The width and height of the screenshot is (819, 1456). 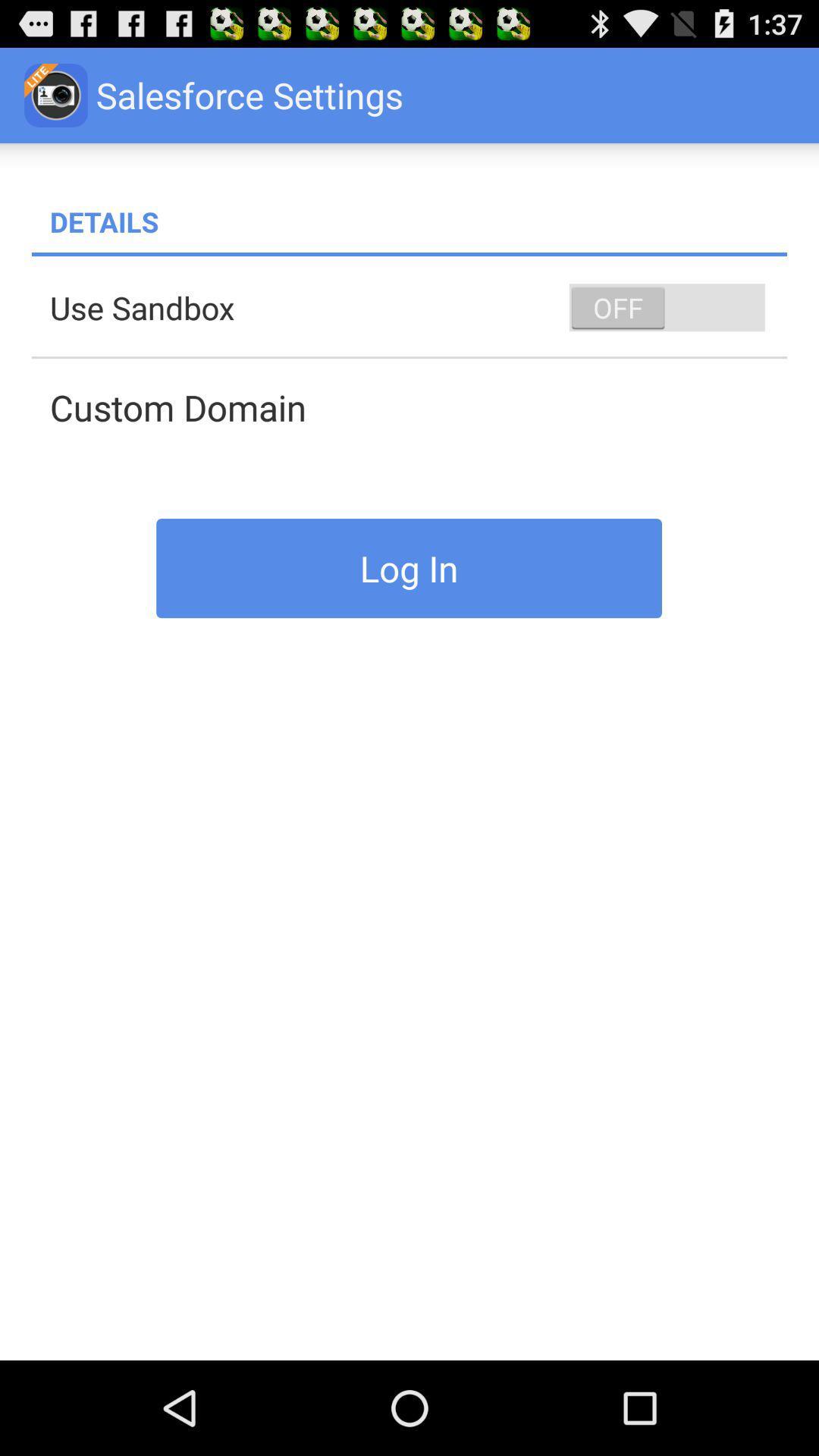 What do you see at coordinates (666, 306) in the screenshot?
I see `icon at the top right corner` at bounding box center [666, 306].